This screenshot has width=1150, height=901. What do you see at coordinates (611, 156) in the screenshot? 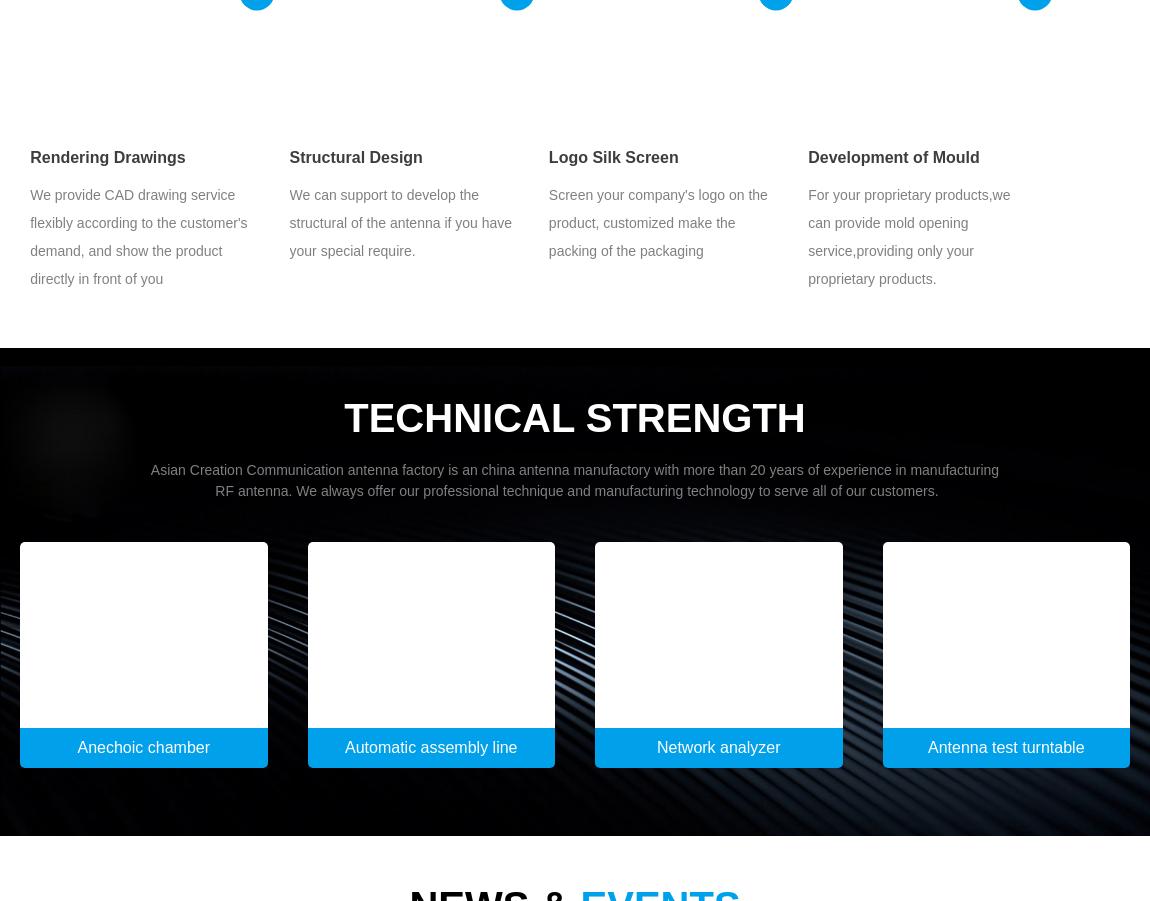
I see `'Logo Silk Screen'` at bounding box center [611, 156].